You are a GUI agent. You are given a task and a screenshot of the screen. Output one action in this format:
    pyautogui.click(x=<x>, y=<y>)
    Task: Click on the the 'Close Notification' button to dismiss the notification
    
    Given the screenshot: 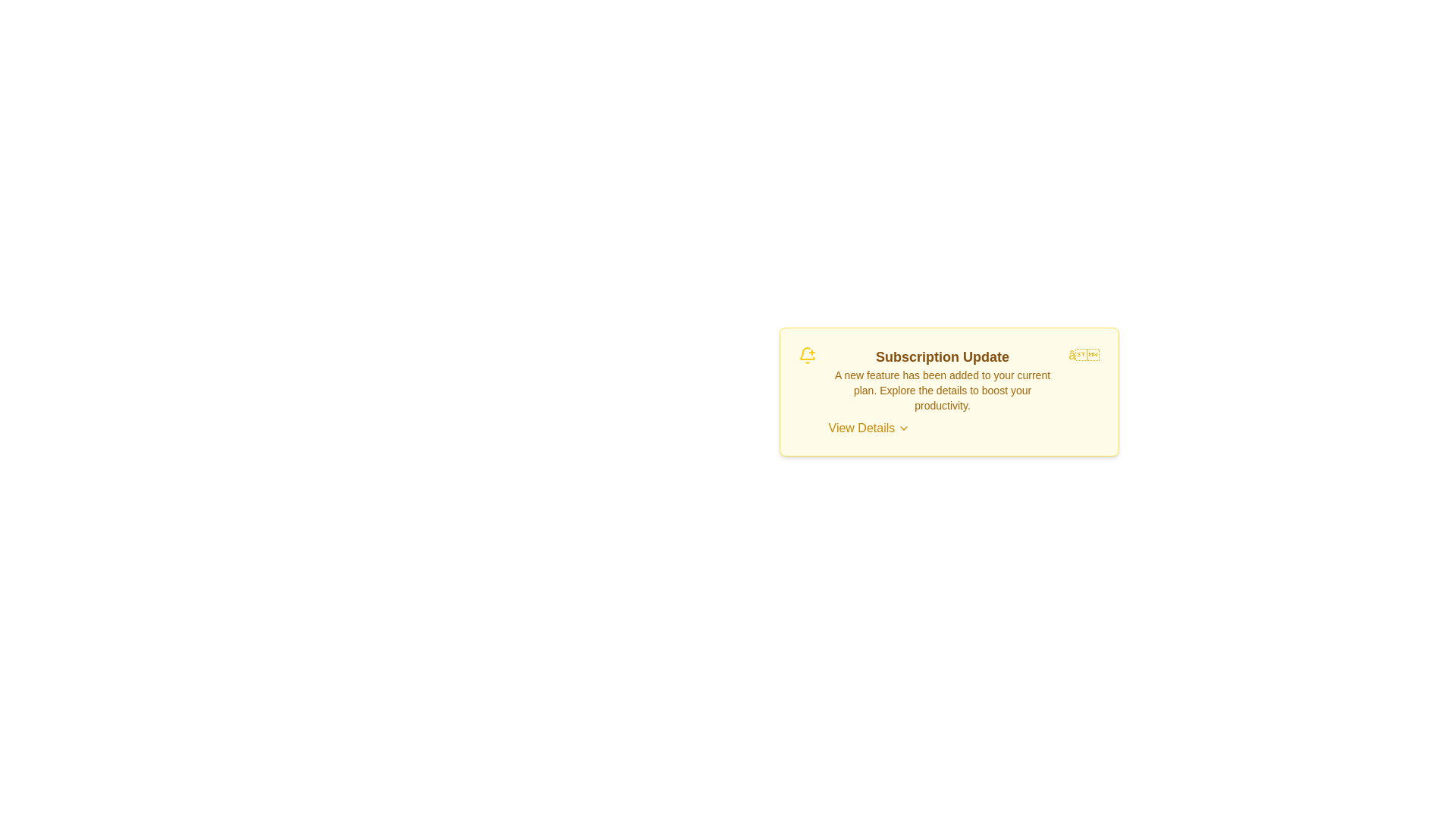 What is the action you would take?
    pyautogui.click(x=1084, y=356)
    